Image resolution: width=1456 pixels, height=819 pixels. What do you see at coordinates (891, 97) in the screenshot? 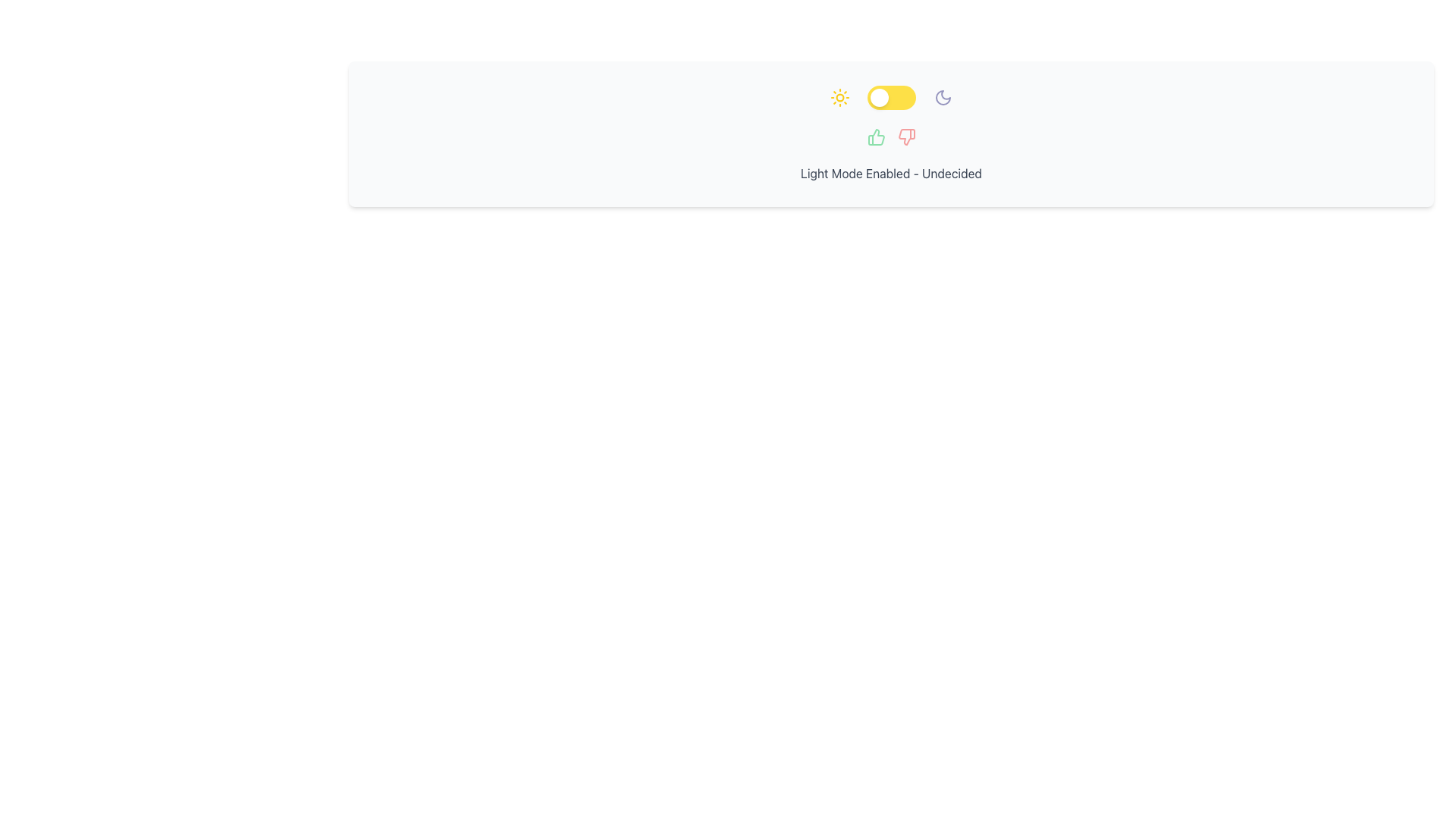
I see `the toggle switch located centrally in the top section of the interface` at bounding box center [891, 97].